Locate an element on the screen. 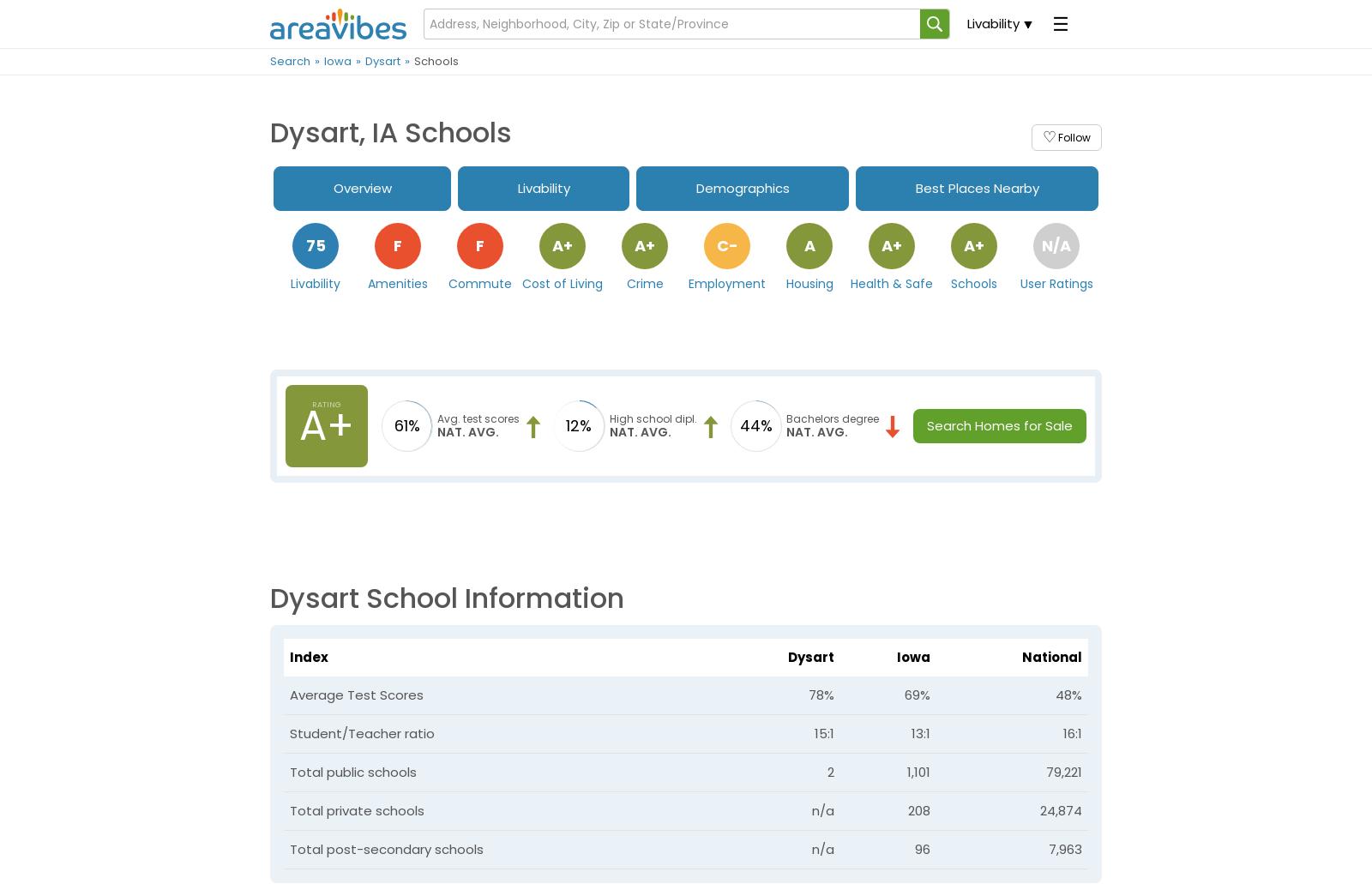  '96' is located at coordinates (922, 847).